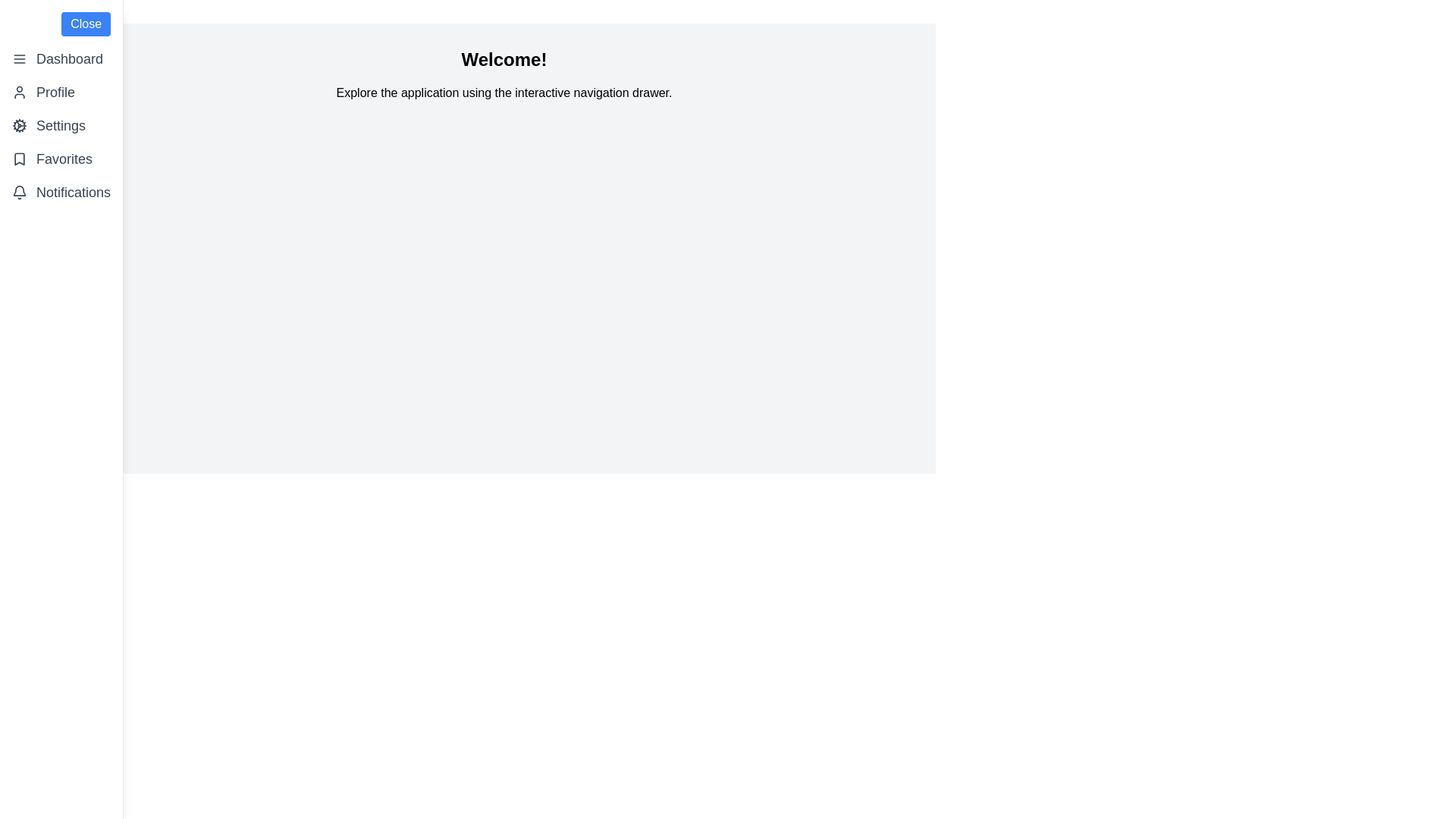 Image resolution: width=1456 pixels, height=819 pixels. What do you see at coordinates (61, 93) in the screenshot?
I see `the navigation item Profile` at bounding box center [61, 93].